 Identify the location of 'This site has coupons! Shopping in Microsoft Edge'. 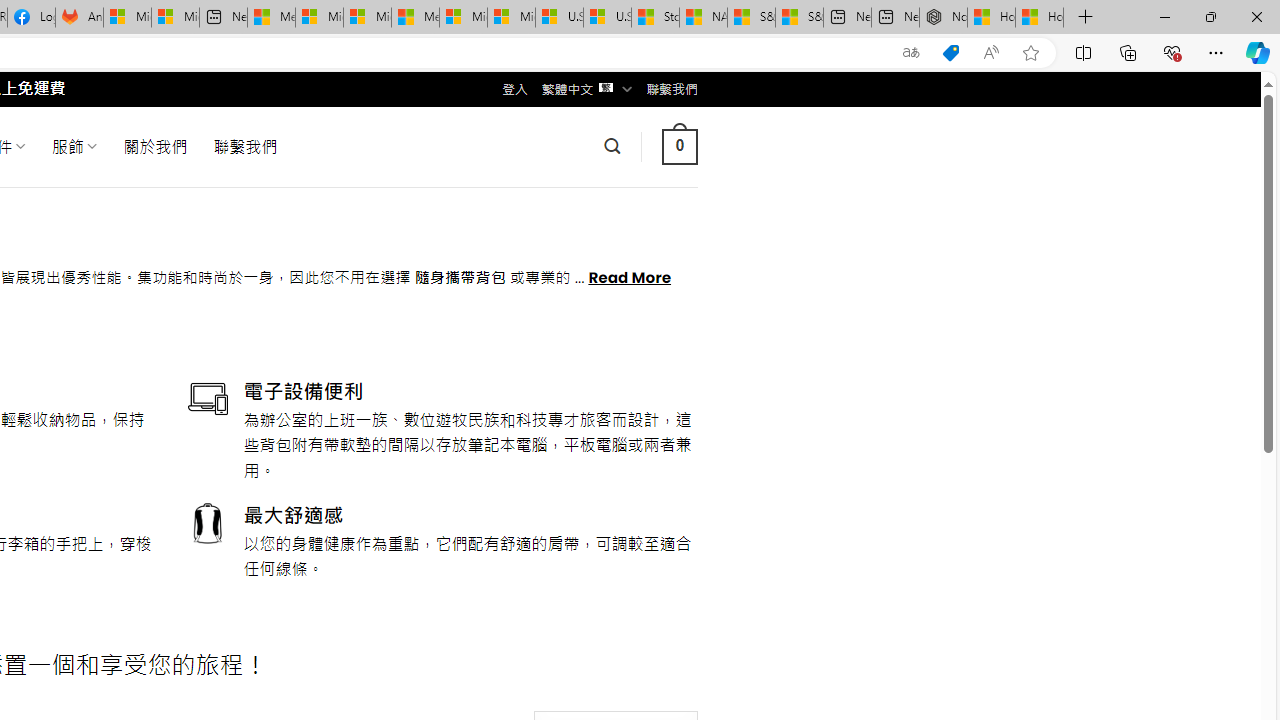
(950, 52).